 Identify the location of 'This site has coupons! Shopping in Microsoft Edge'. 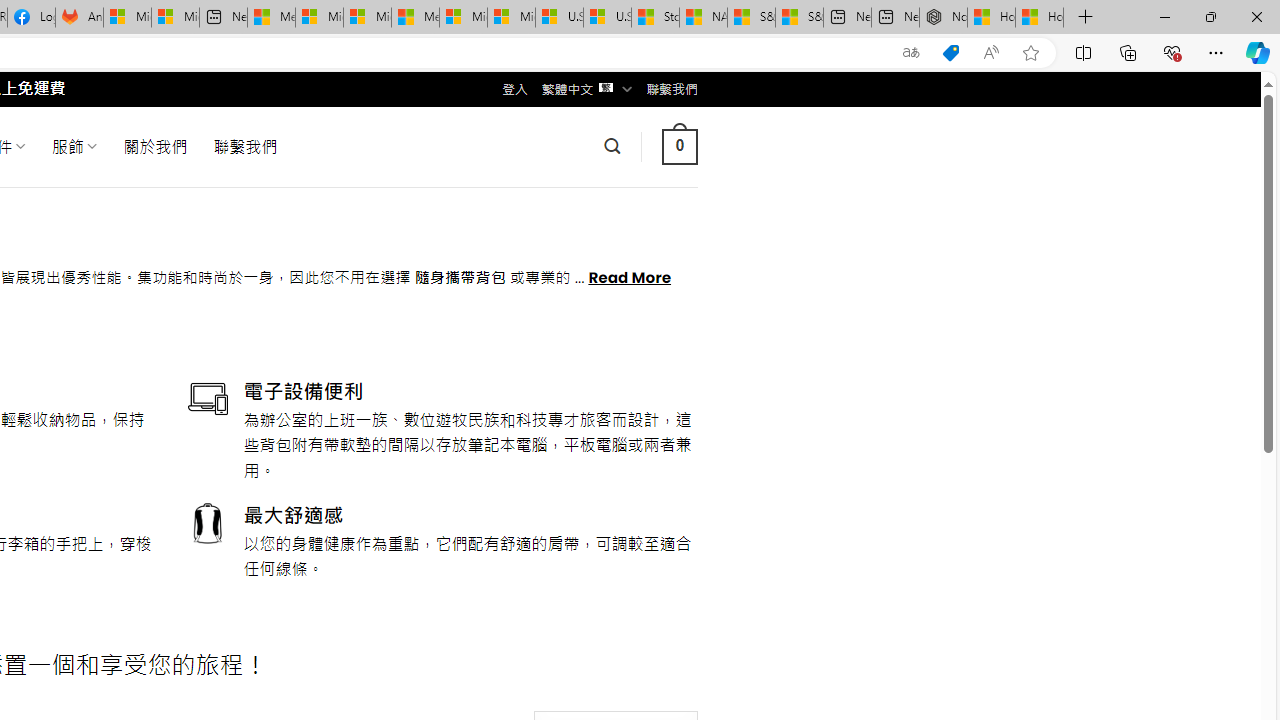
(950, 52).